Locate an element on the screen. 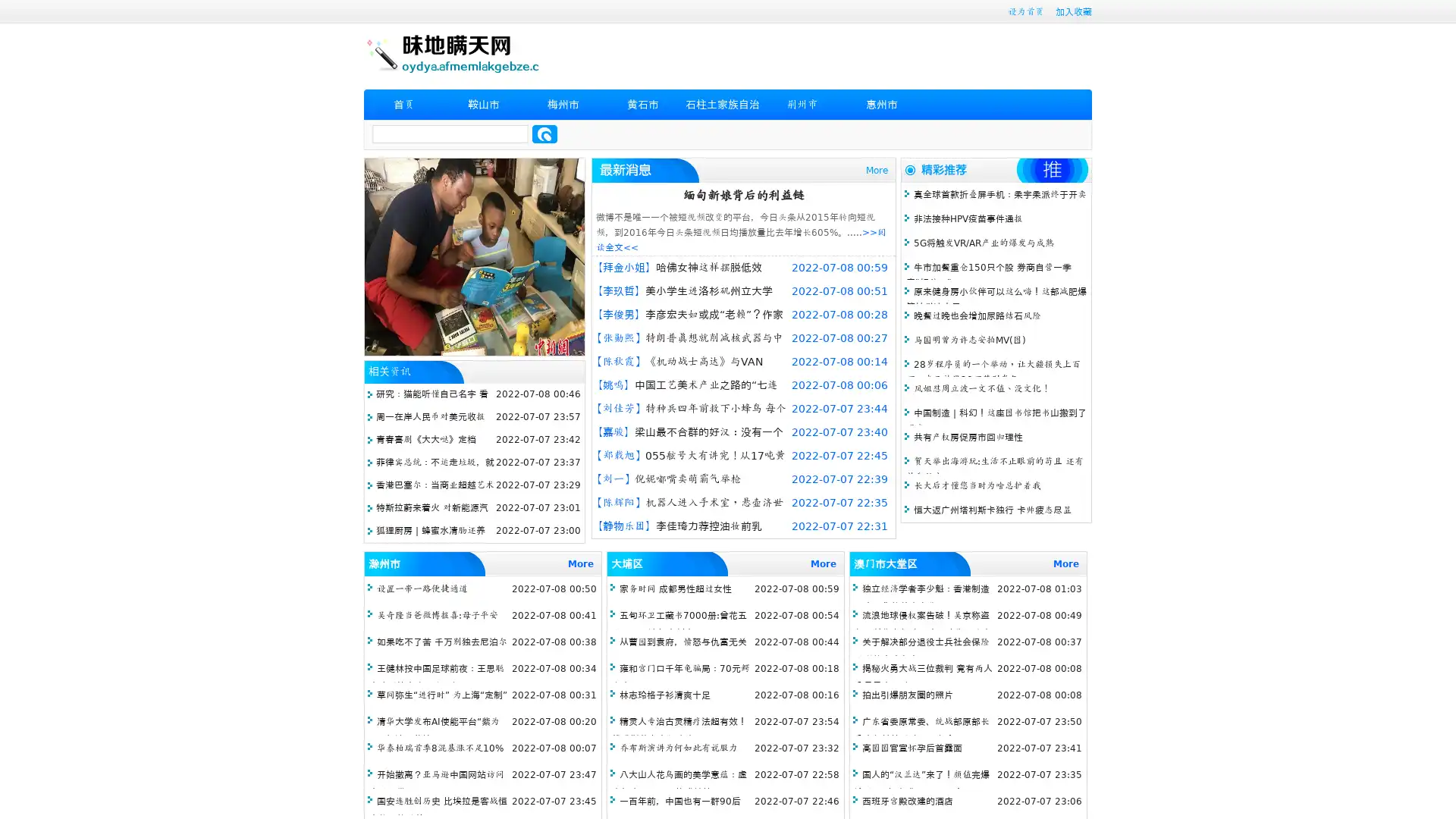 The image size is (1456, 819). Search is located at coordinates (544, 133).